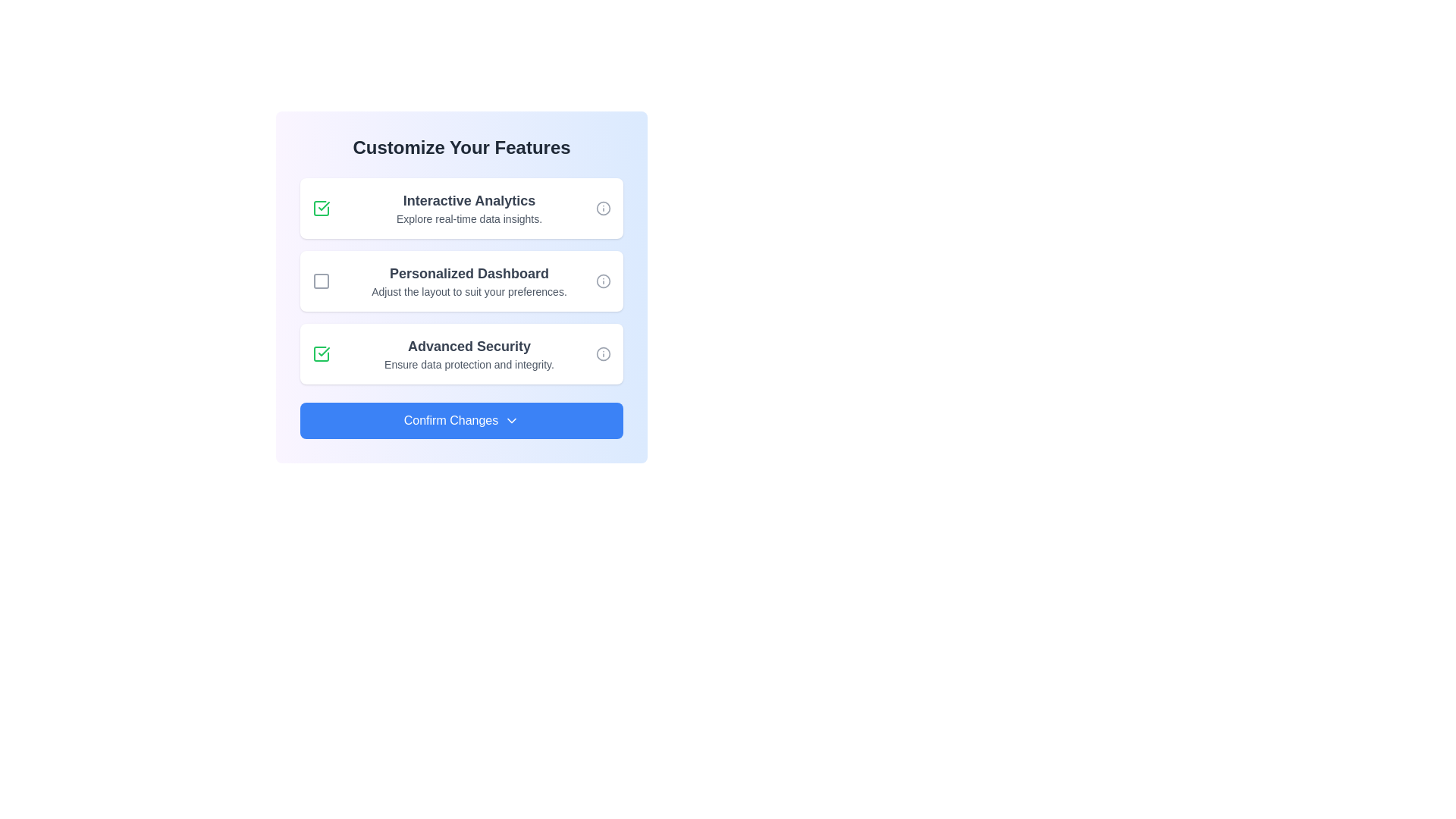 This screenshot has height=819, width=1456. Describe the element at coordinates (461, 287) in the screenshot. I see `the labels of the composite UI component that allows users to customize their preferences, revealing additional information` at that location.